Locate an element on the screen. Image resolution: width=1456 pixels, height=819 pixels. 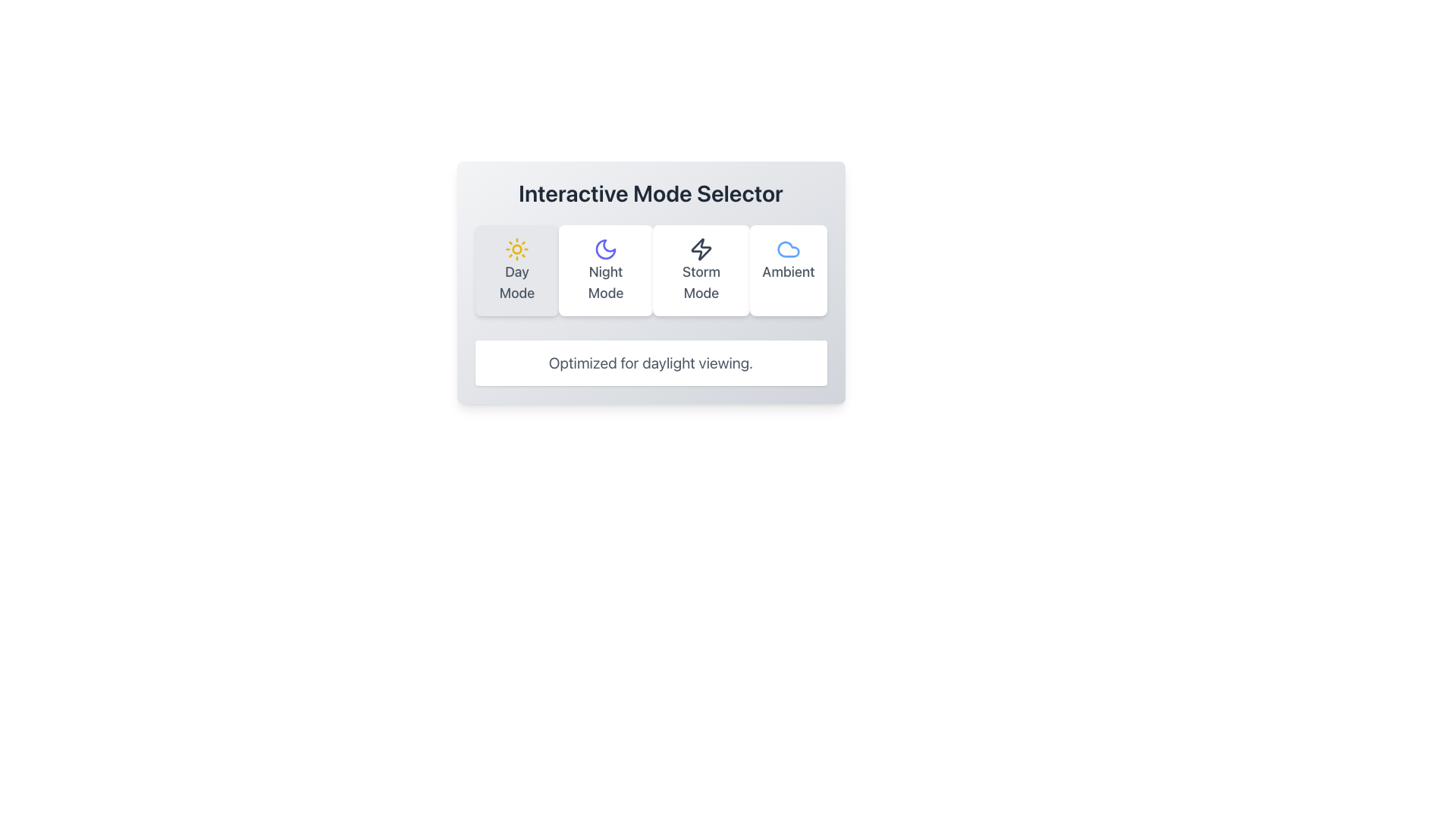
the text label 'Night Mode' which is displayed in a medium-sized, gray font within the card-like button in the modal titled 'Night Mode' is located at coordinates (605, 283).